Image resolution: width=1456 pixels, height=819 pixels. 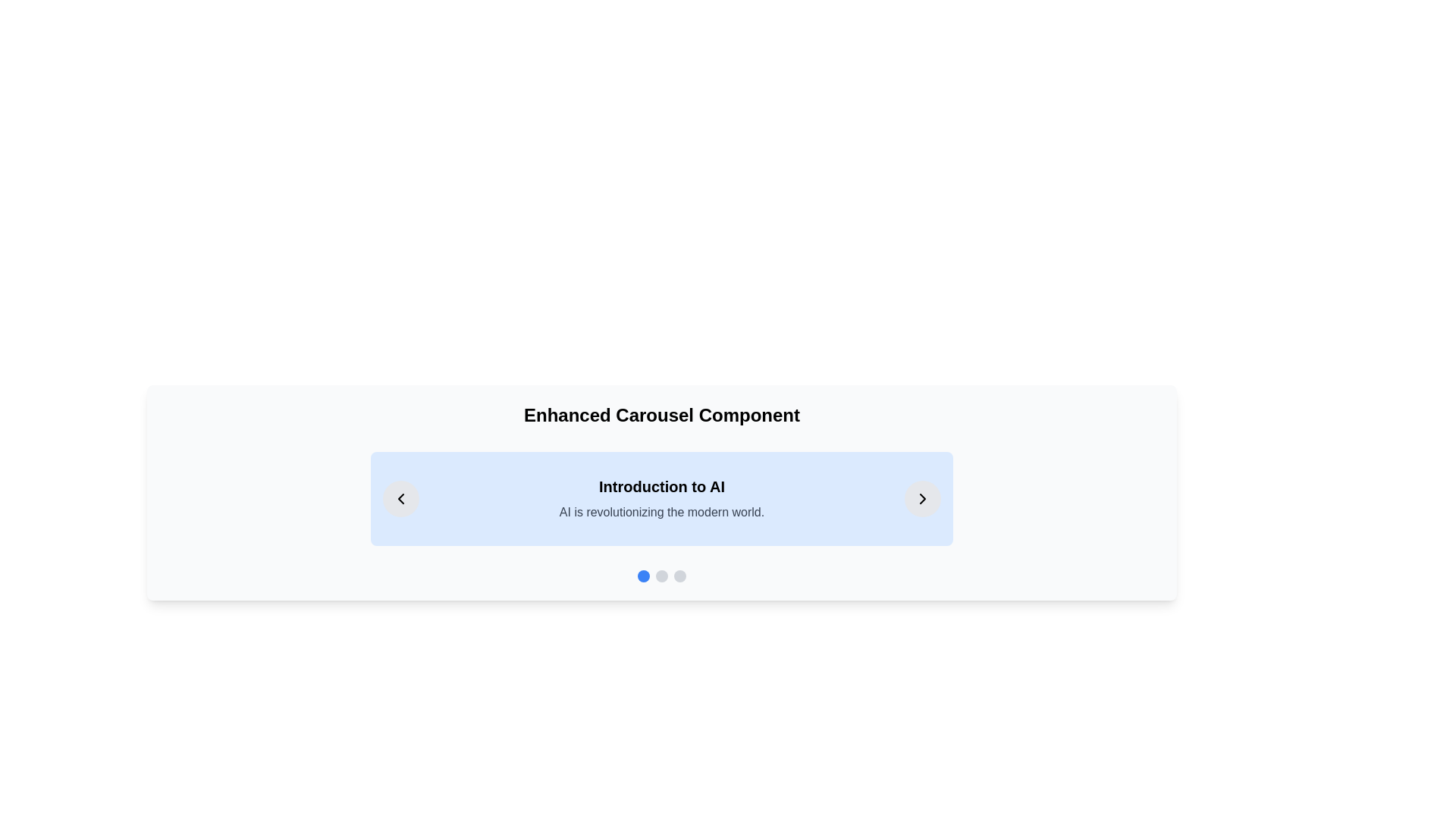 What do you see at coordinates (922, 499) in the screenshot?
I see `the right-pointing chevron icon` at bounding box center [922, 499].